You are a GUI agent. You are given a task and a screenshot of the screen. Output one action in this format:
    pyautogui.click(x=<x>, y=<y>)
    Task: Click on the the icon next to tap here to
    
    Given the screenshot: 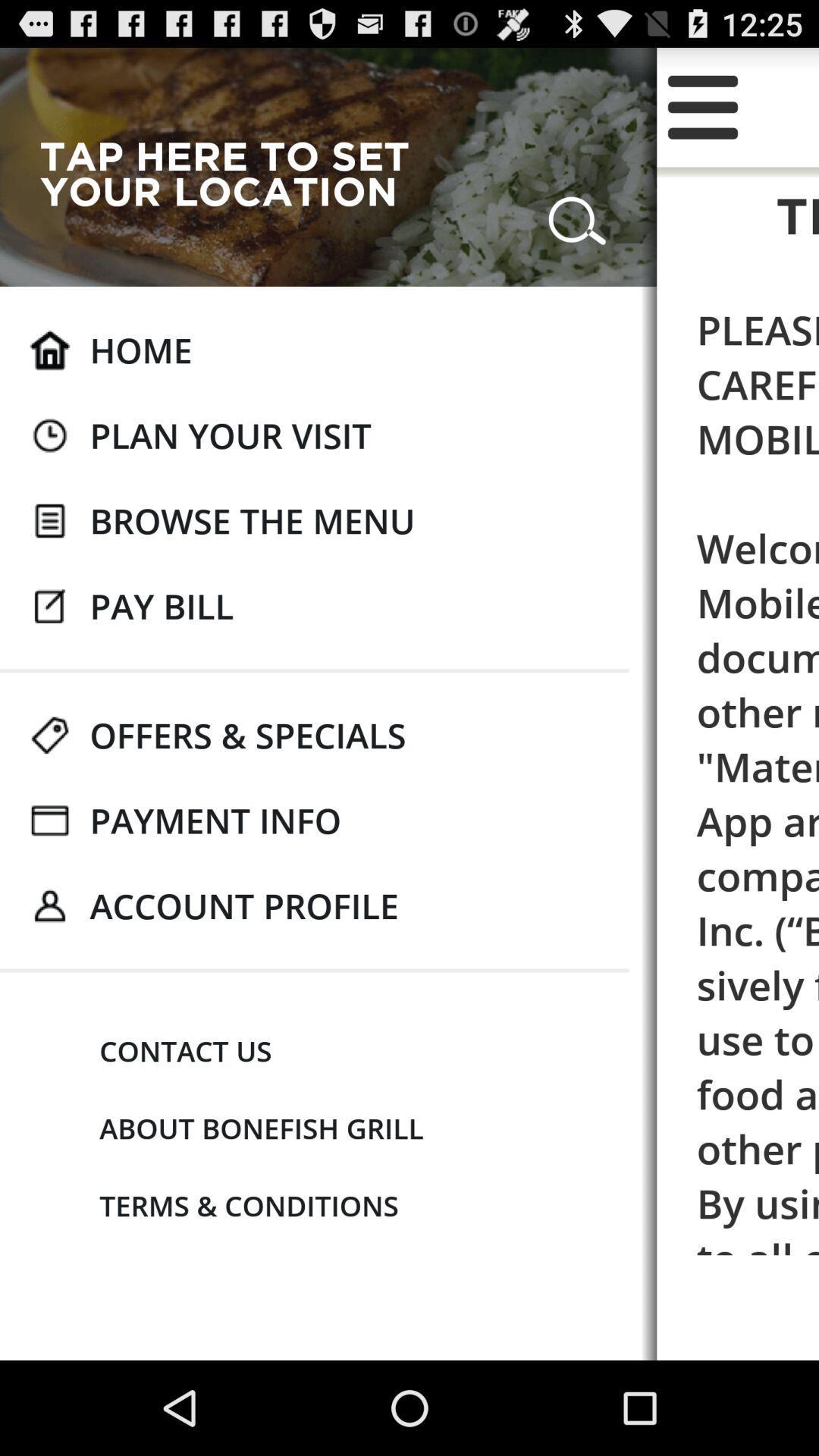 What is the action you would take?
    pyautogui.click(x=577, y=214)
    